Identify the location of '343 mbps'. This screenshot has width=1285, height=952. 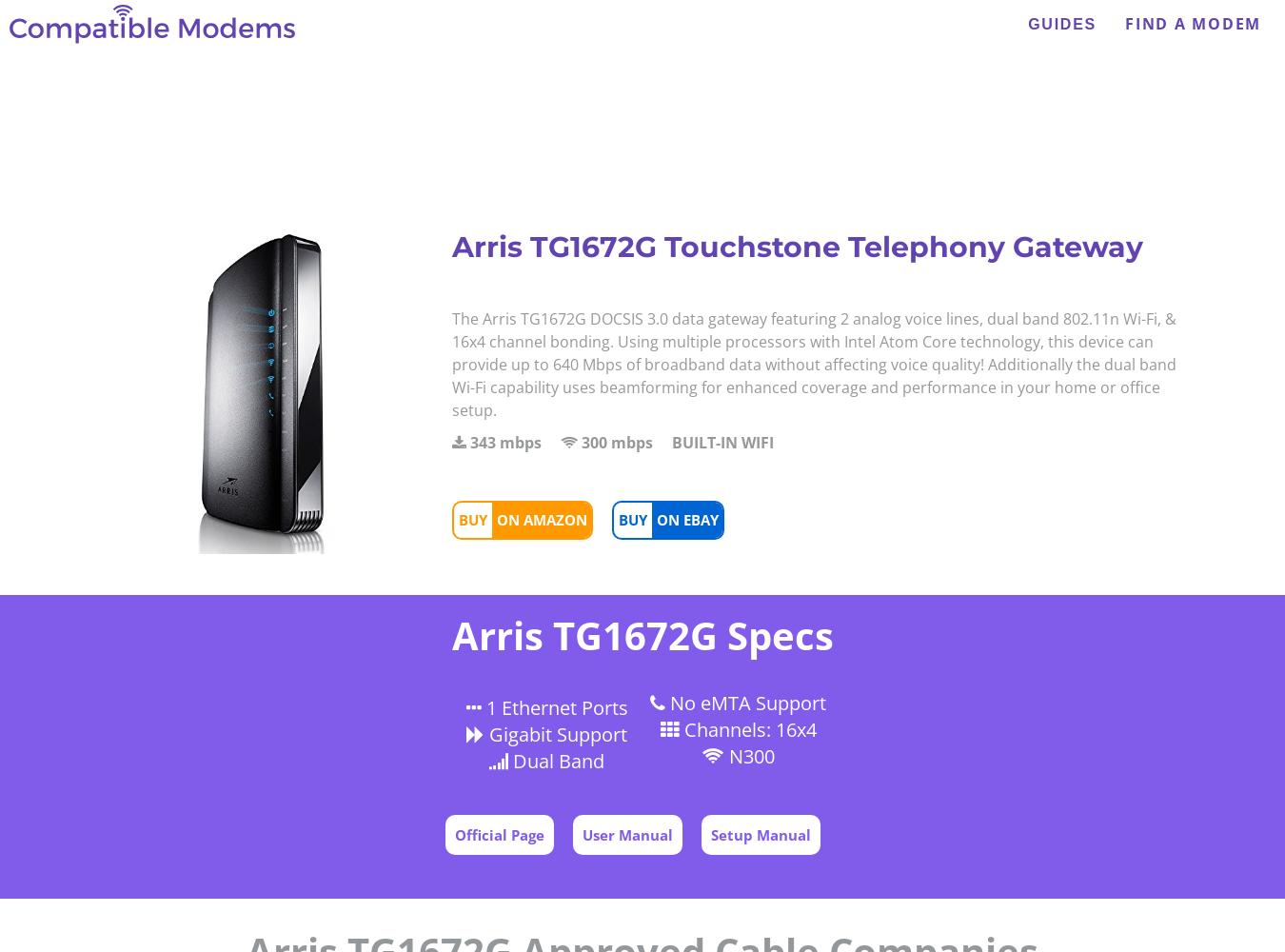
(504, 442).